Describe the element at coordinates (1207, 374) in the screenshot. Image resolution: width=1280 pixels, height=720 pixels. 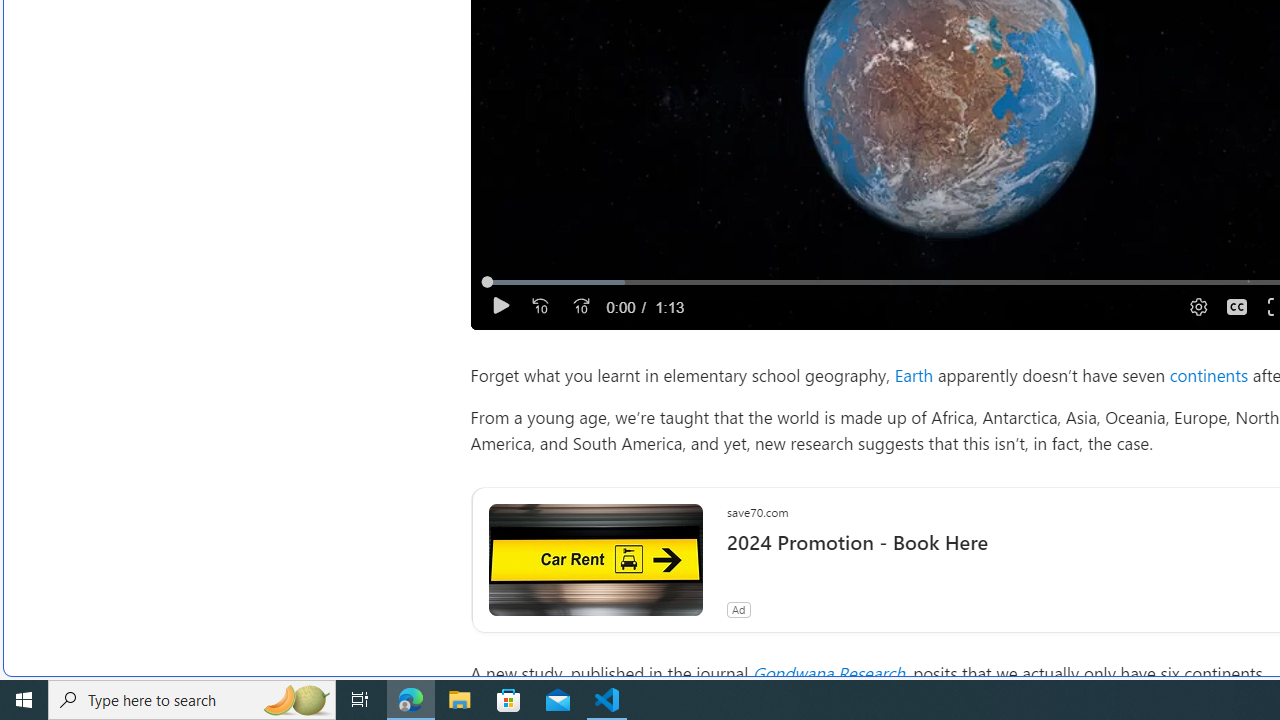
I see `'continents'` at that location.